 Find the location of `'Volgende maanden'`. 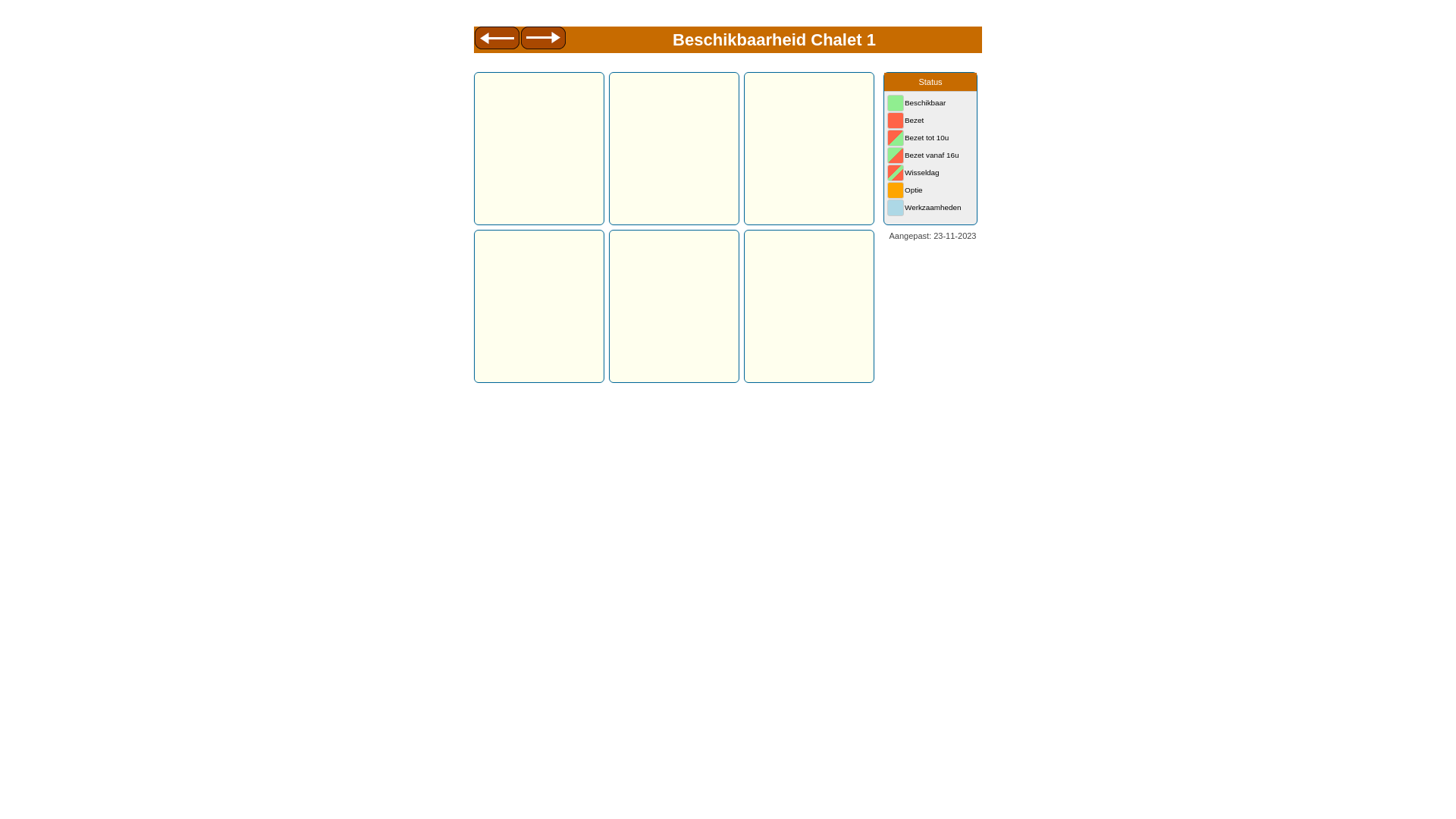

'Volgende maanden' is located at coordinates (543, 39).